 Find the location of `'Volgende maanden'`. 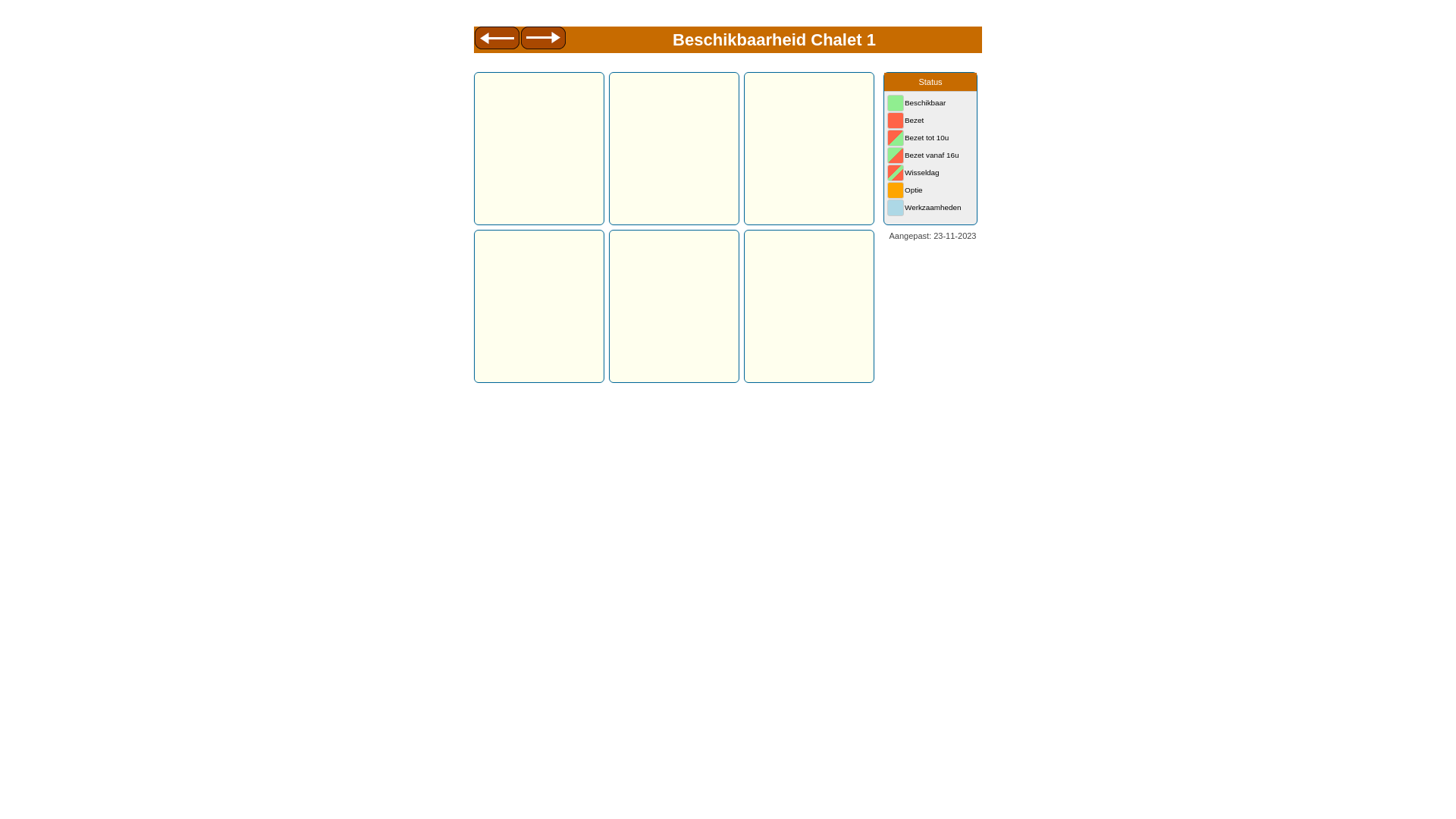

'Volgende maanden' is located at coordinates (543, 39).